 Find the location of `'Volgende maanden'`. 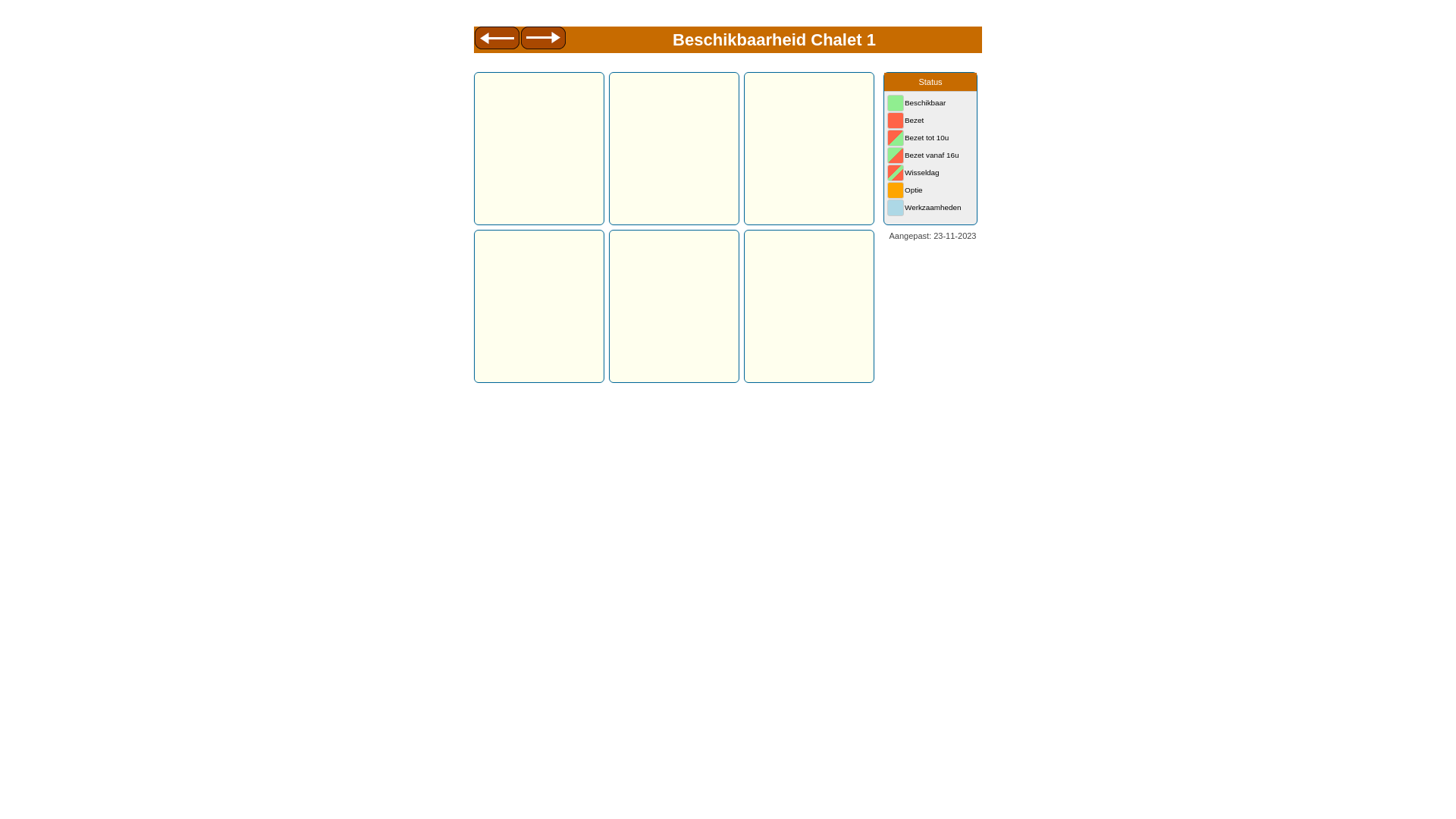

'Volgende maanden' is located at coordinates (543, 39).